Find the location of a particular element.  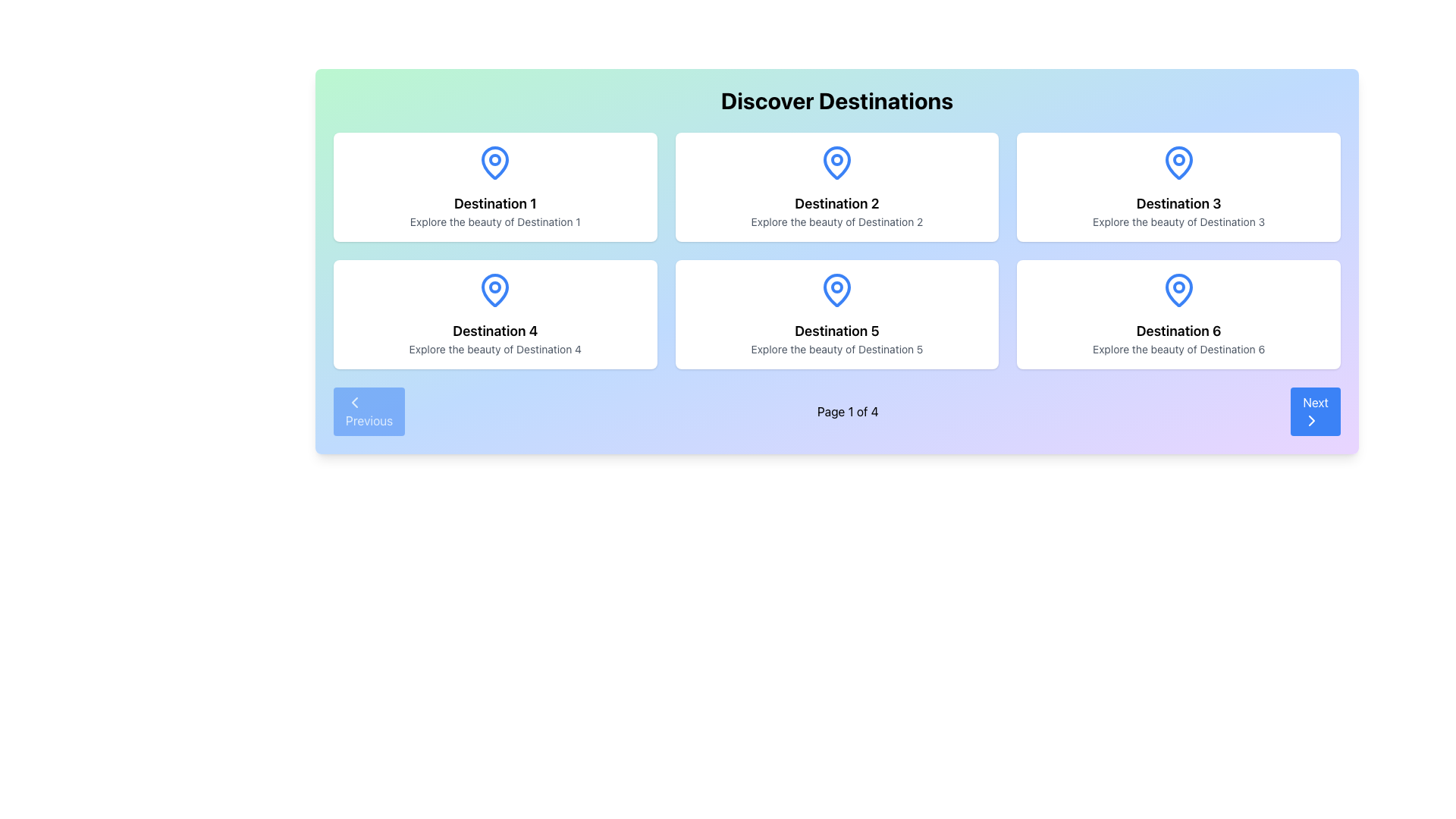

the blue rectangular button labeled 'Next' with a right-pointing chevron icon is located at coordinates (1315, 412).